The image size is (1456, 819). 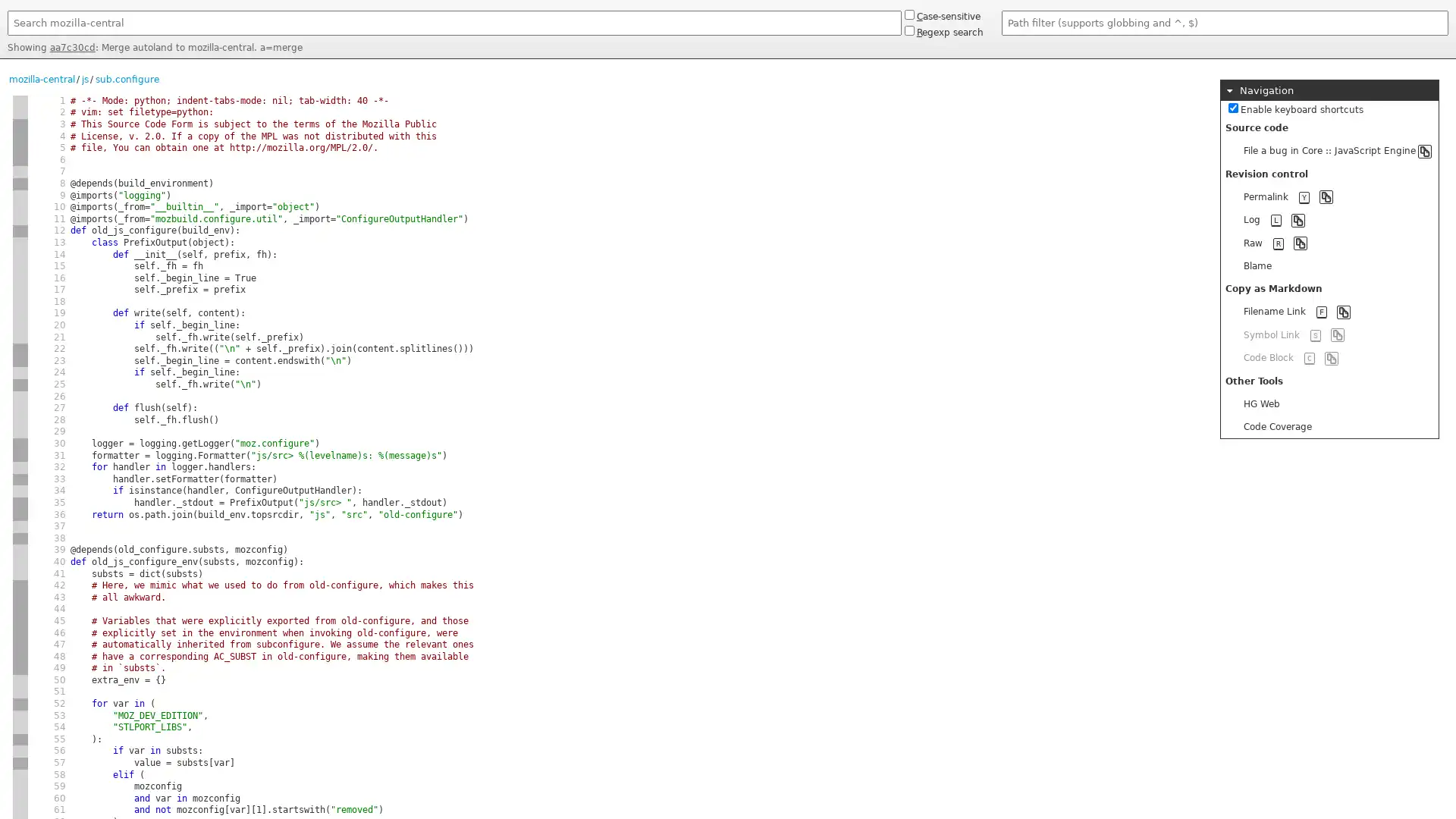 What do you see at coordinates (20, 420) in the screenshot?
I see `same hash 6` at bounding box center [20, 420].